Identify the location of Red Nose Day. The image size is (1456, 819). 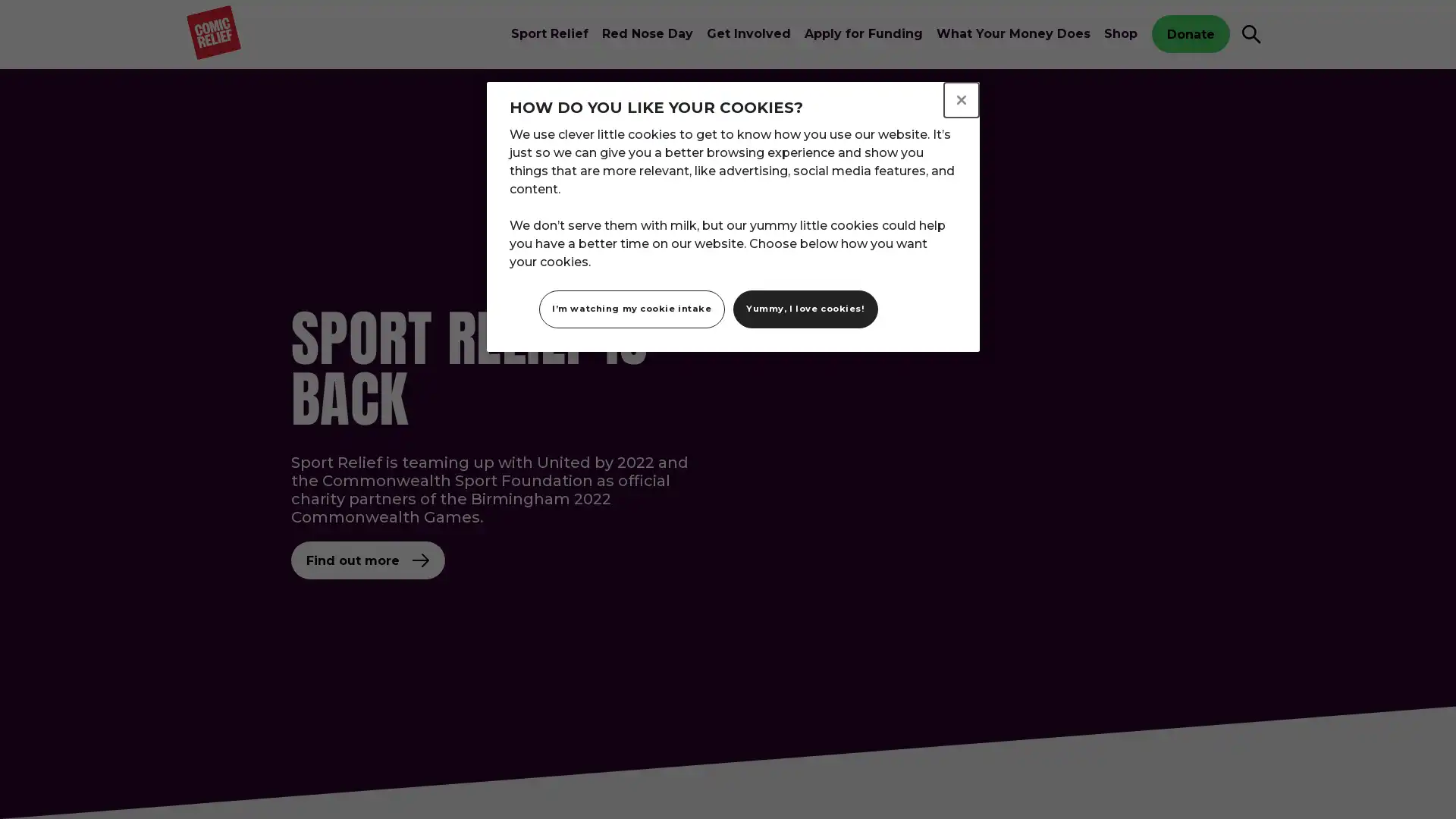
(648, 34).